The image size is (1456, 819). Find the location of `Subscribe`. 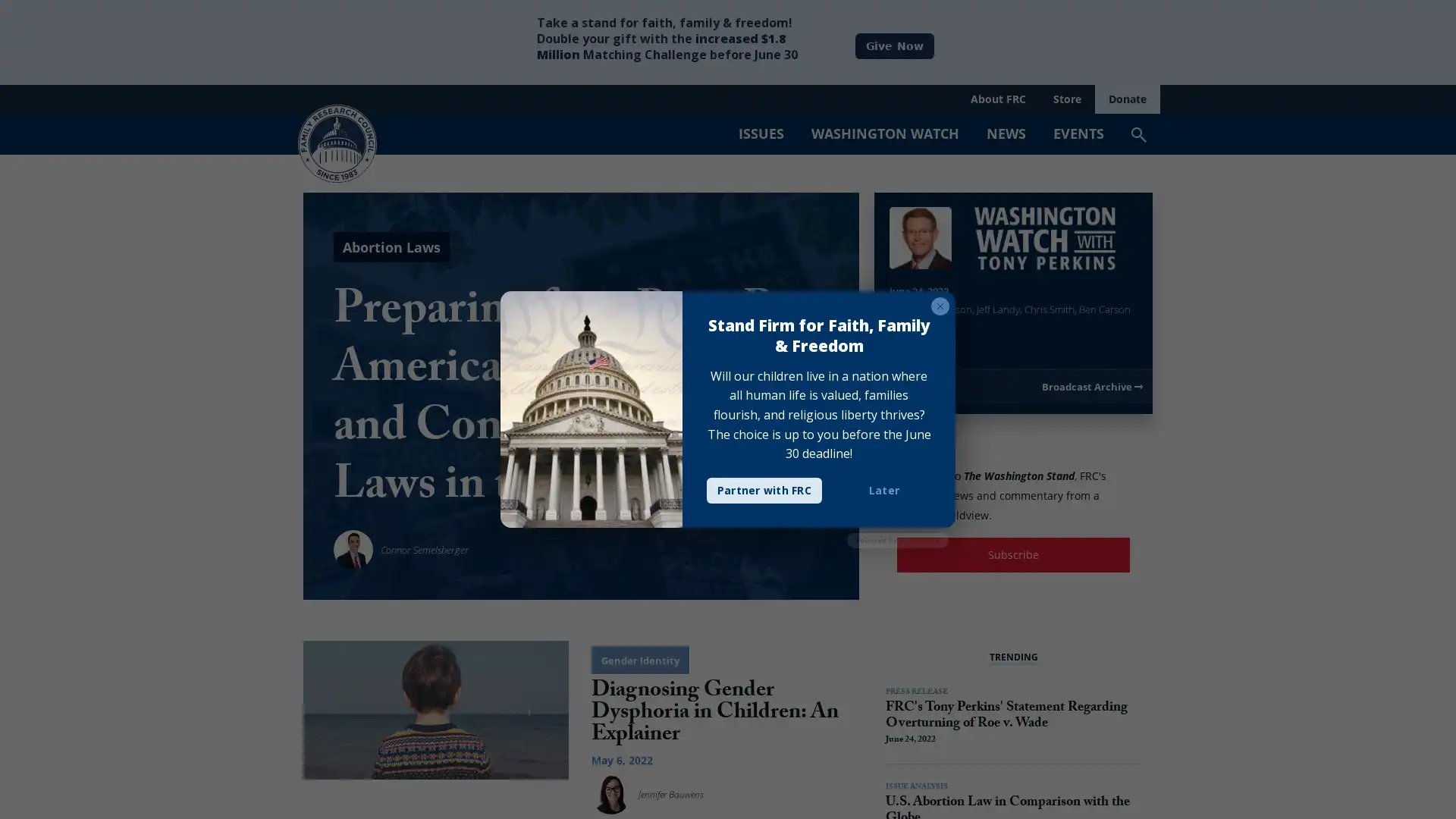

Subscribe is located at coordinates (1013, 554).